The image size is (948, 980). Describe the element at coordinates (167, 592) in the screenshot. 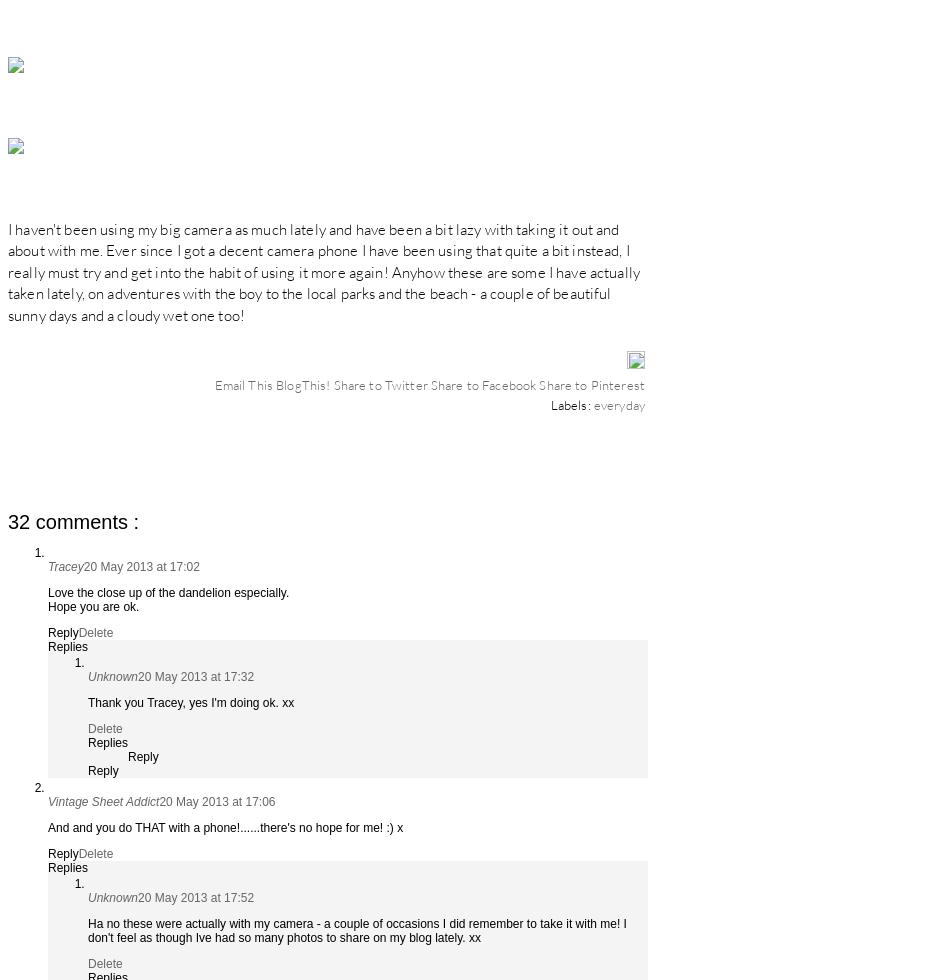

I see `'Love the close up of the dandelion especially.'` at that location.